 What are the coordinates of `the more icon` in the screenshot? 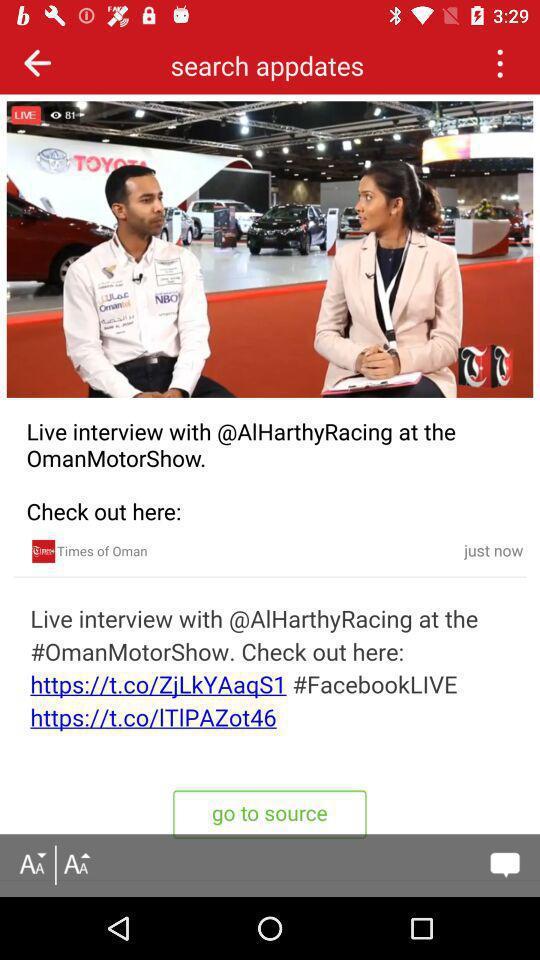 It's located at (498, 62).